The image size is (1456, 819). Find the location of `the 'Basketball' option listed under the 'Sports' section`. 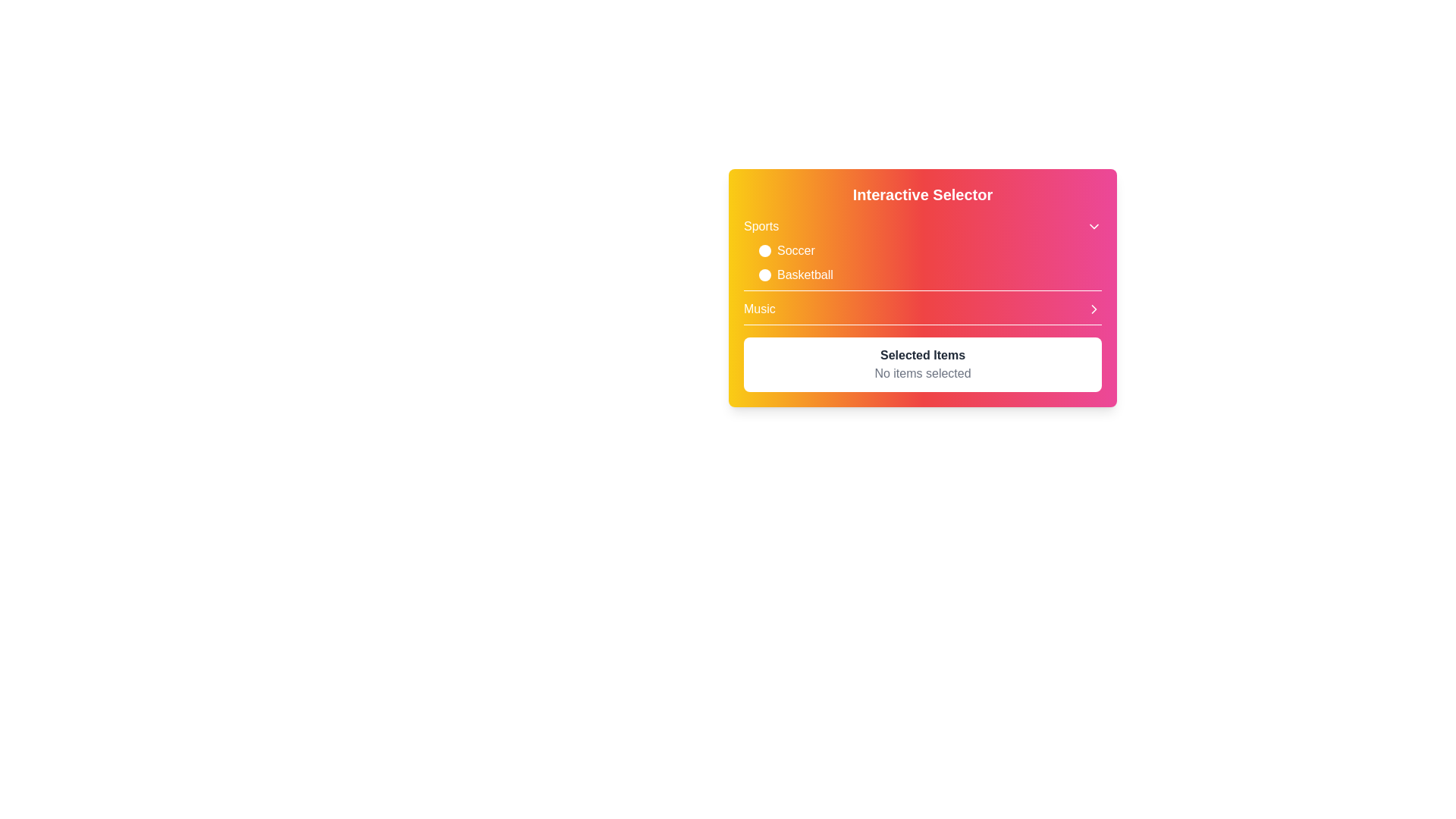

the 'Basketball' option listed under the 'Sports' section is located at coordinates (930, 275).